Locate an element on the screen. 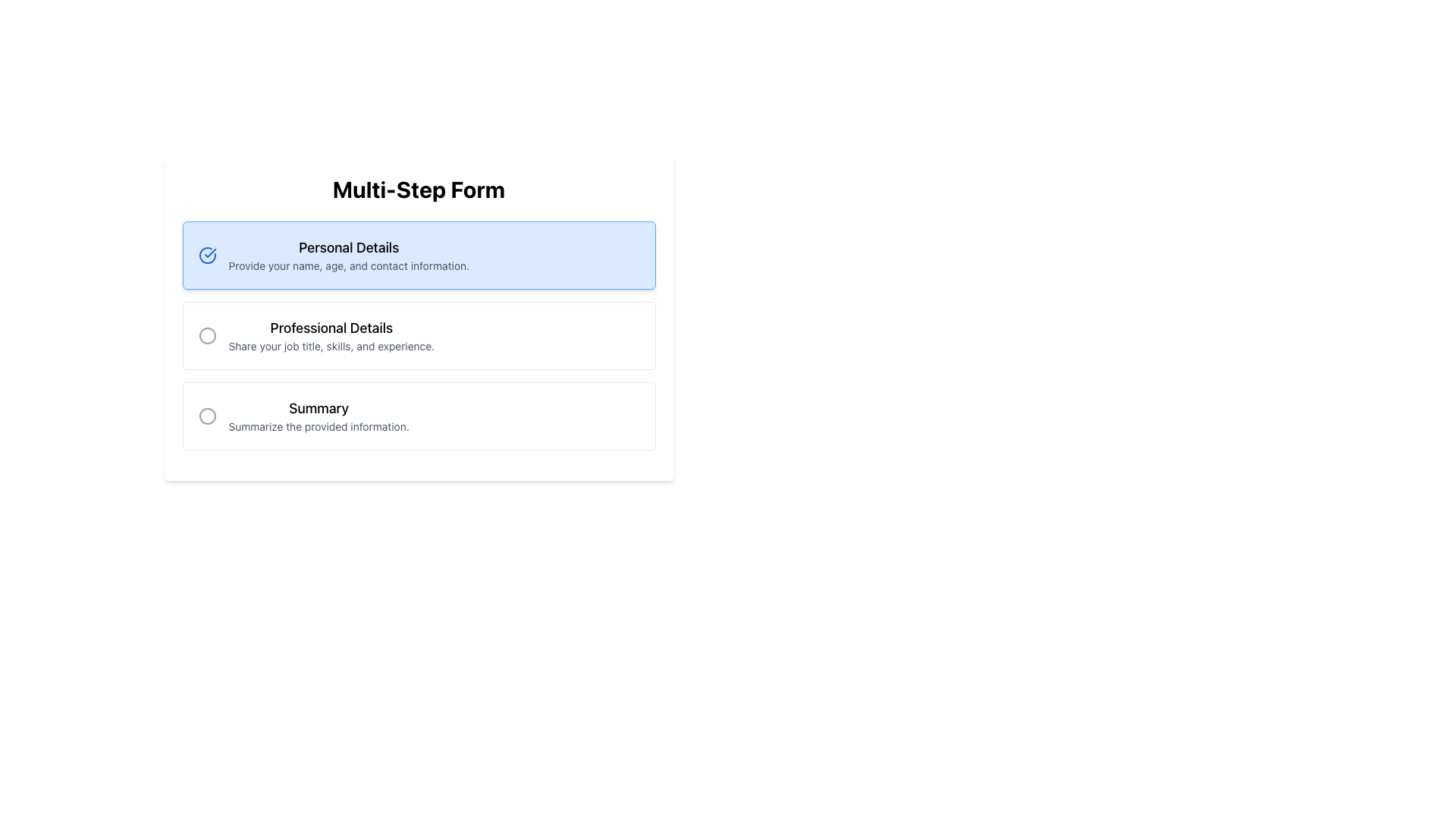  the icon that marks the 'Summary' section of the multi-step form, located inset to the left of the accompanying description text is located at coordinates (206, 416).